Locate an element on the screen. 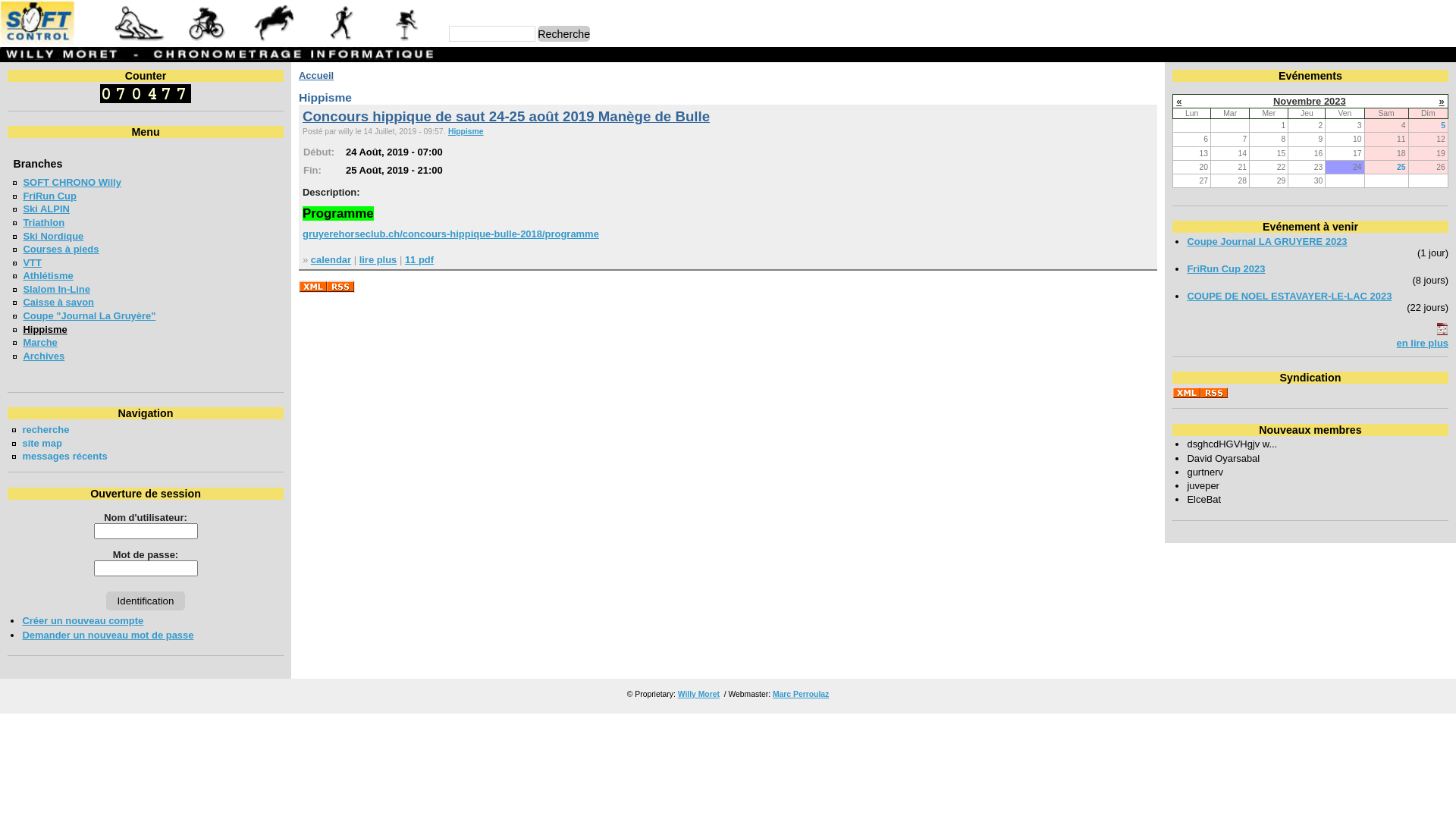 Image resolution: width=1456 pixels, height=819 pixels. 'calendar' is located at coordinates (330, 259).